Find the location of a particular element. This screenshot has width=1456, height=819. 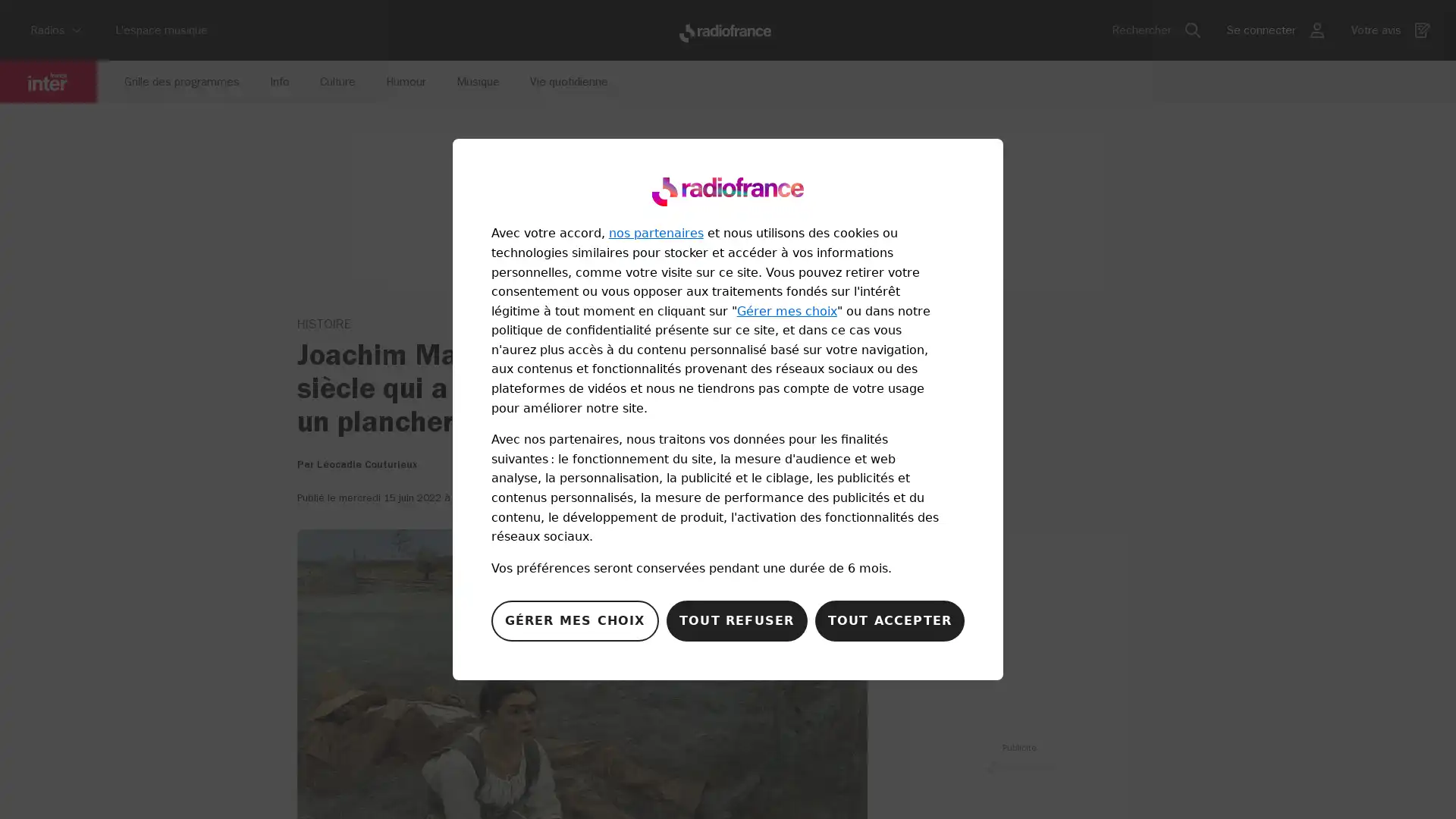

Refuser notre traitement des donnees et fermer is located at coordinates (736, 620).